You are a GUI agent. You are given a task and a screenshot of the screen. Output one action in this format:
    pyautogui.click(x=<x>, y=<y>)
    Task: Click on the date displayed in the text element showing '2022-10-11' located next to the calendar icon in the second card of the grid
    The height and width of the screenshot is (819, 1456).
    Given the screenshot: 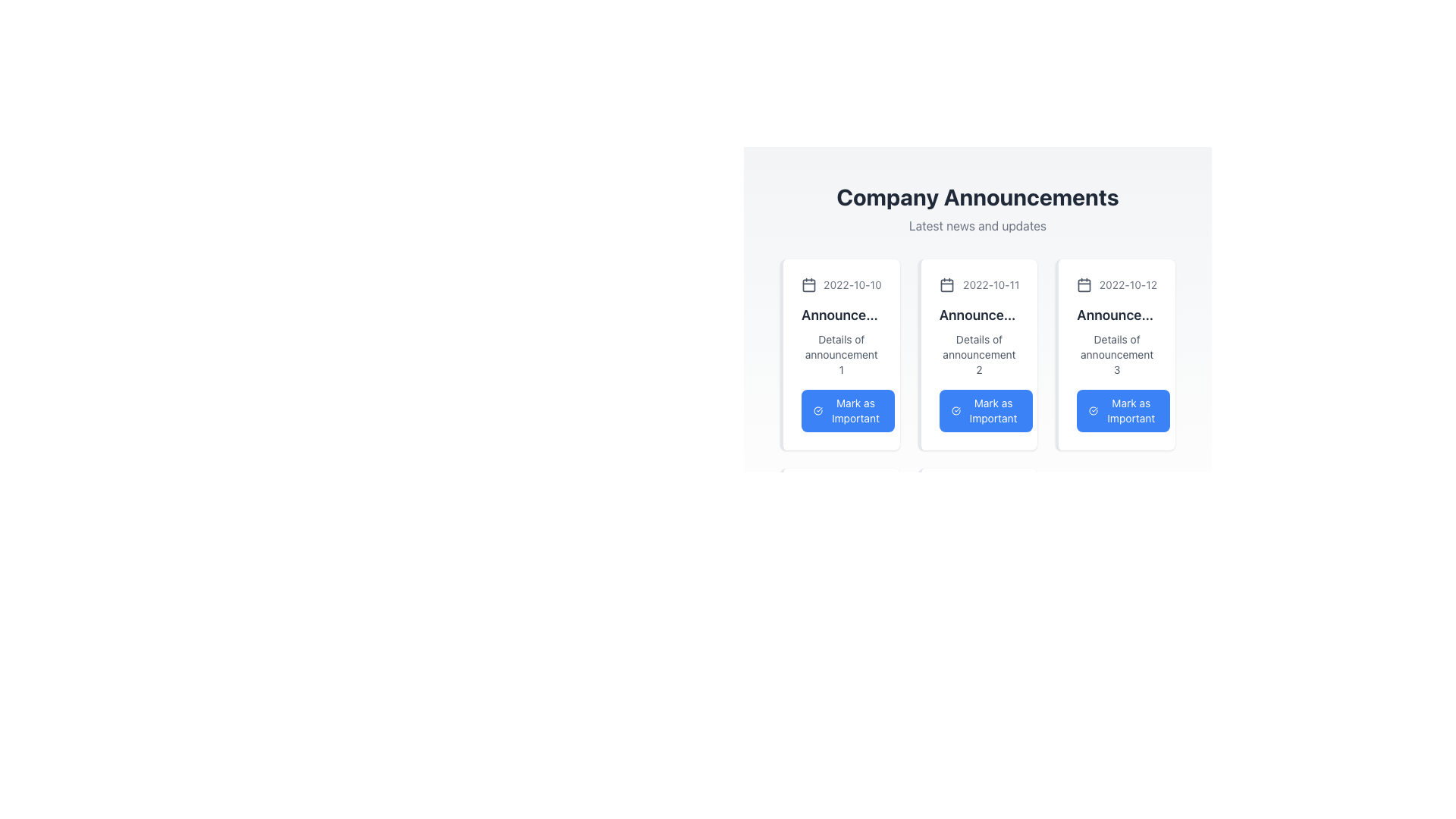 What is the action you would take?
    pyautogui.click(x=991, y=284)
    